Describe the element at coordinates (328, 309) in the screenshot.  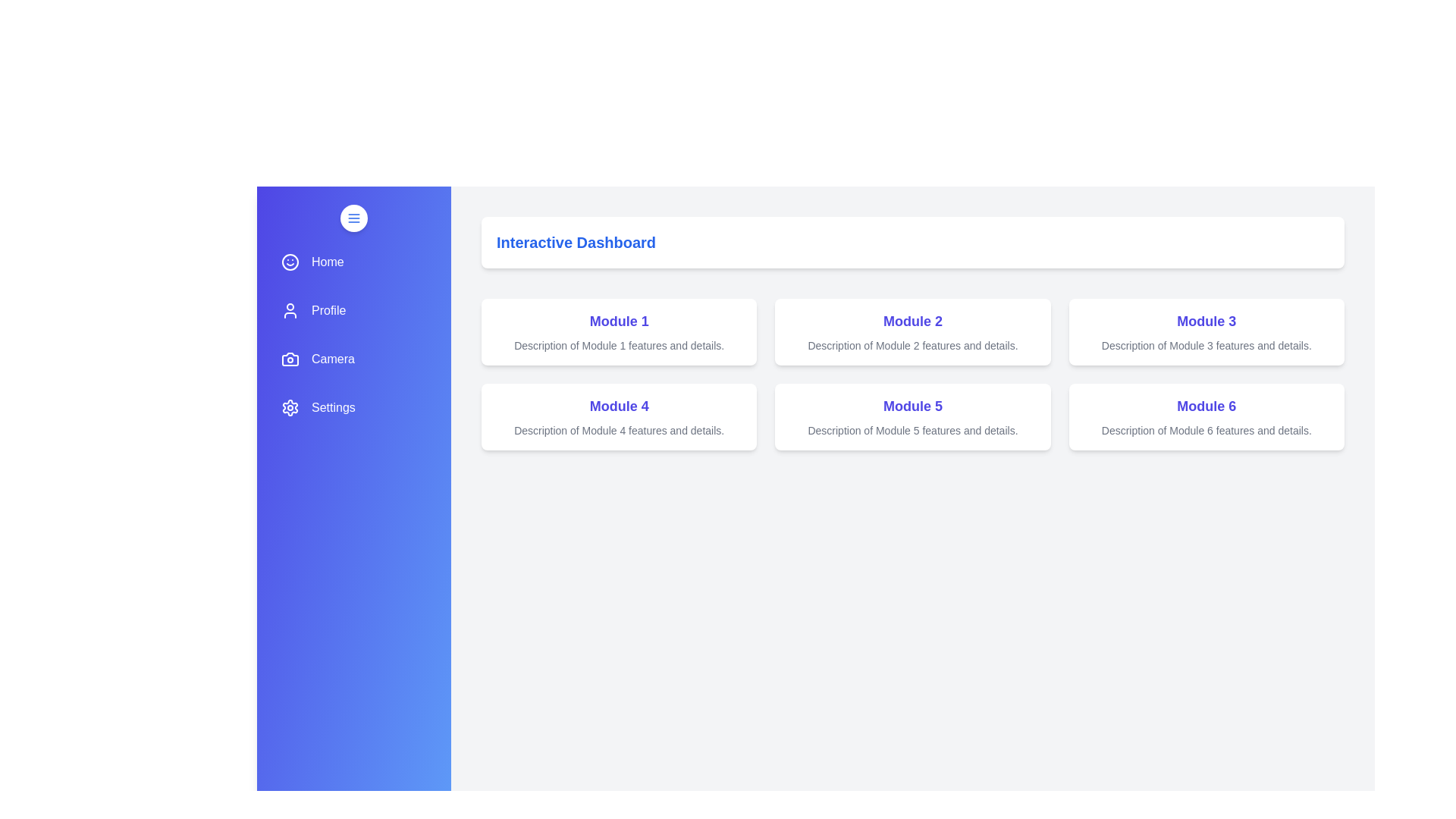
I see `the 'Profile' text label in the sidebar menu` at that location.